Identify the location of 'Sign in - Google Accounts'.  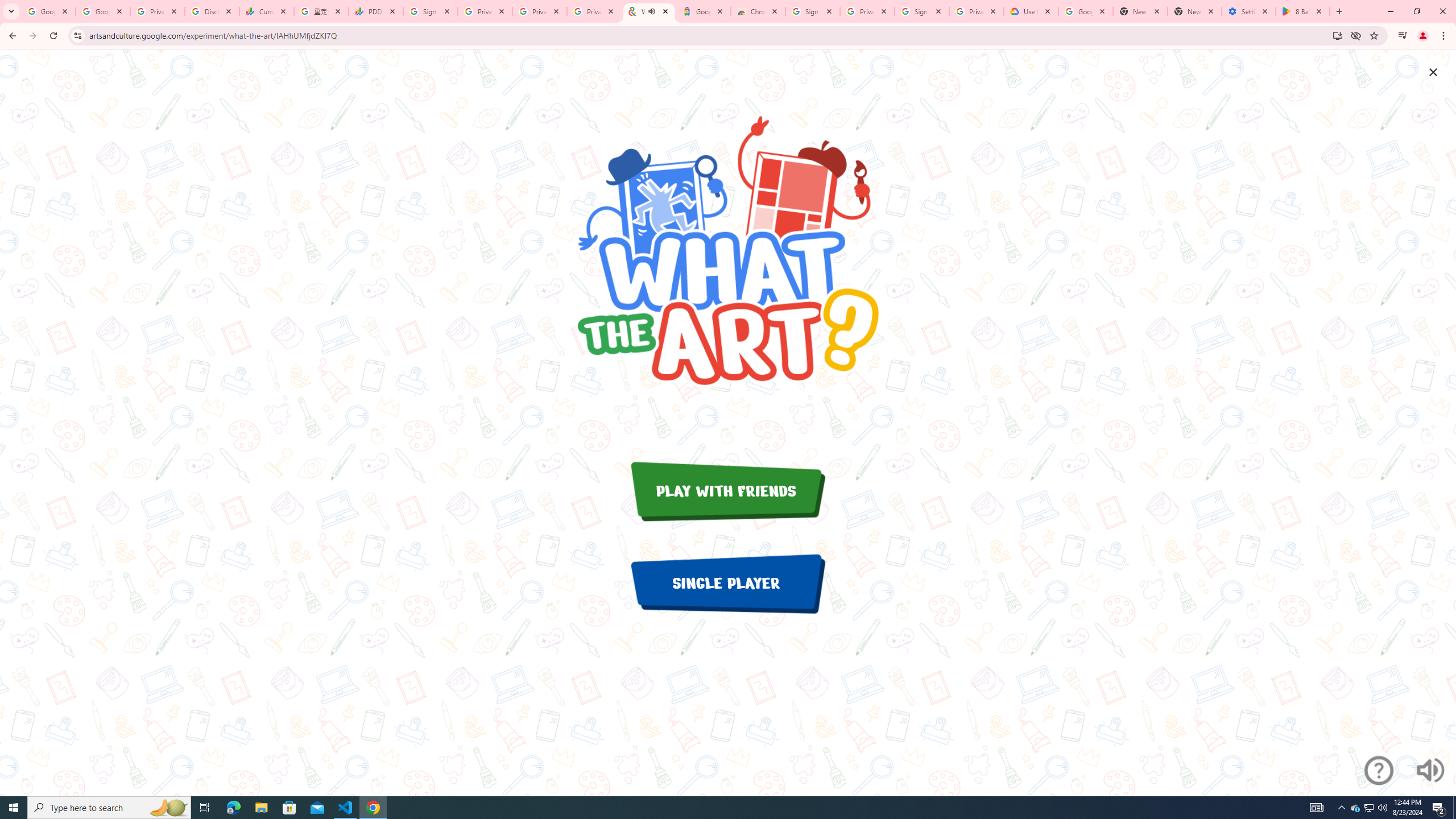
(812, 11).